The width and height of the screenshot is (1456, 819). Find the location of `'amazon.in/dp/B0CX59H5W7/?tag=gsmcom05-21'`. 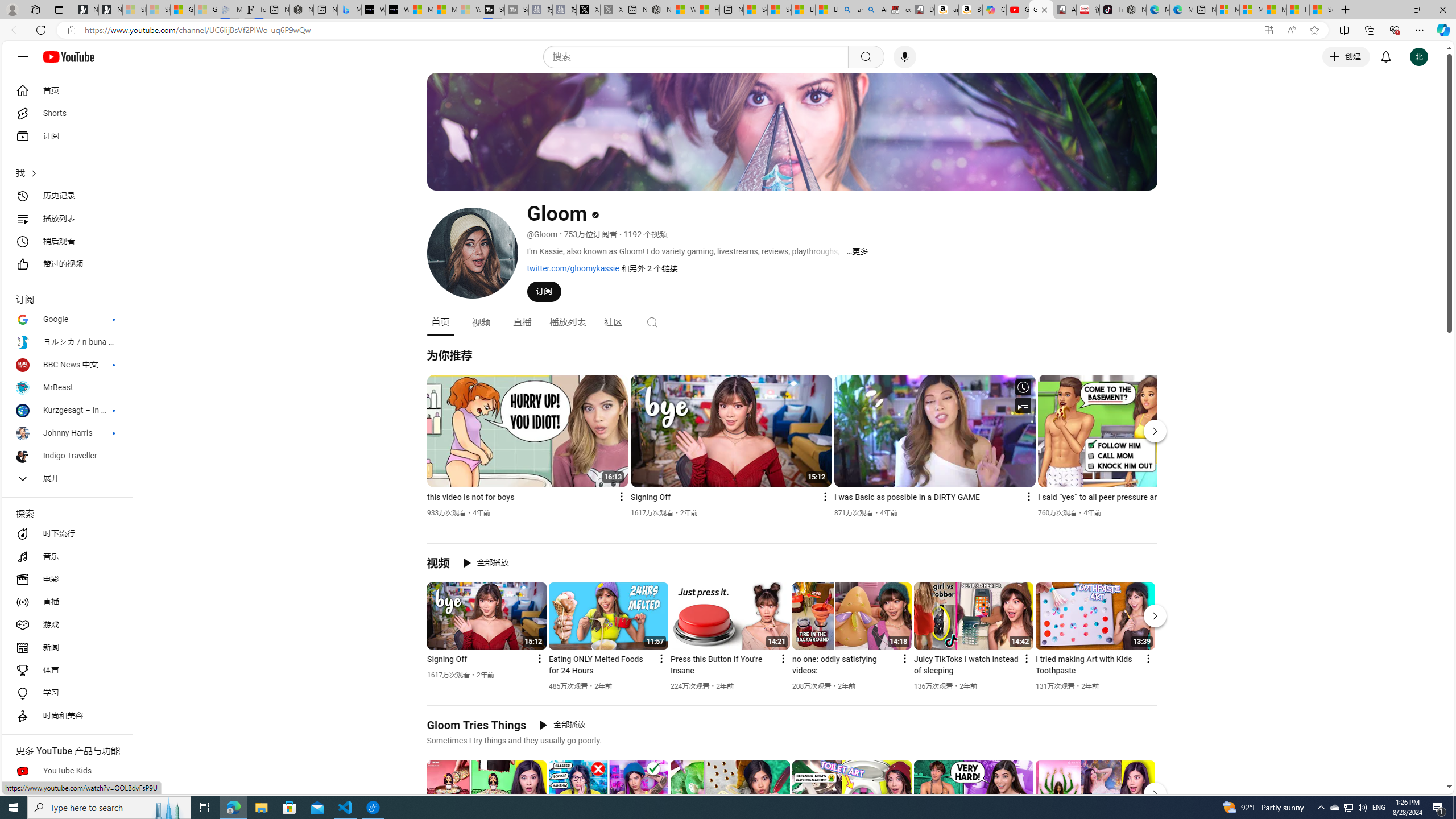

'amazon.in/dp/B0CX59H5W7/?tag=gsmcom05-21' is located at coordinates (946, 9).